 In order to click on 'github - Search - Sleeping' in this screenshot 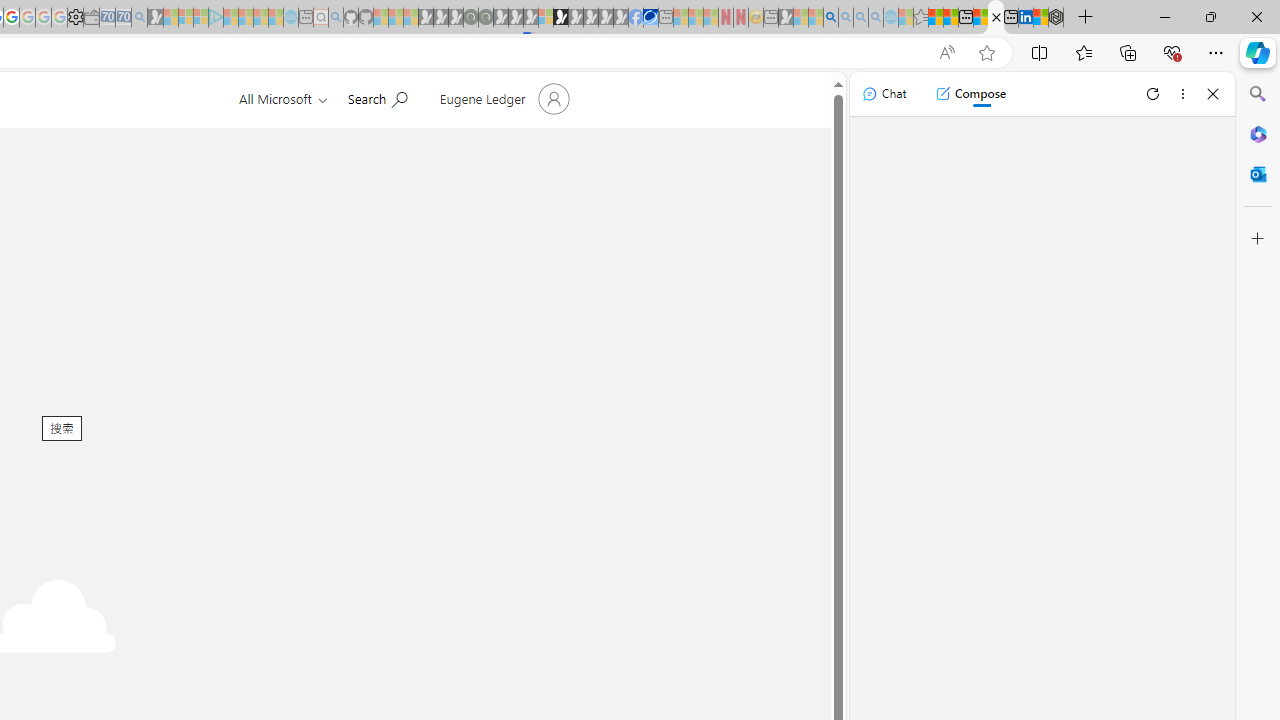, I will do `click(336, 17)`.